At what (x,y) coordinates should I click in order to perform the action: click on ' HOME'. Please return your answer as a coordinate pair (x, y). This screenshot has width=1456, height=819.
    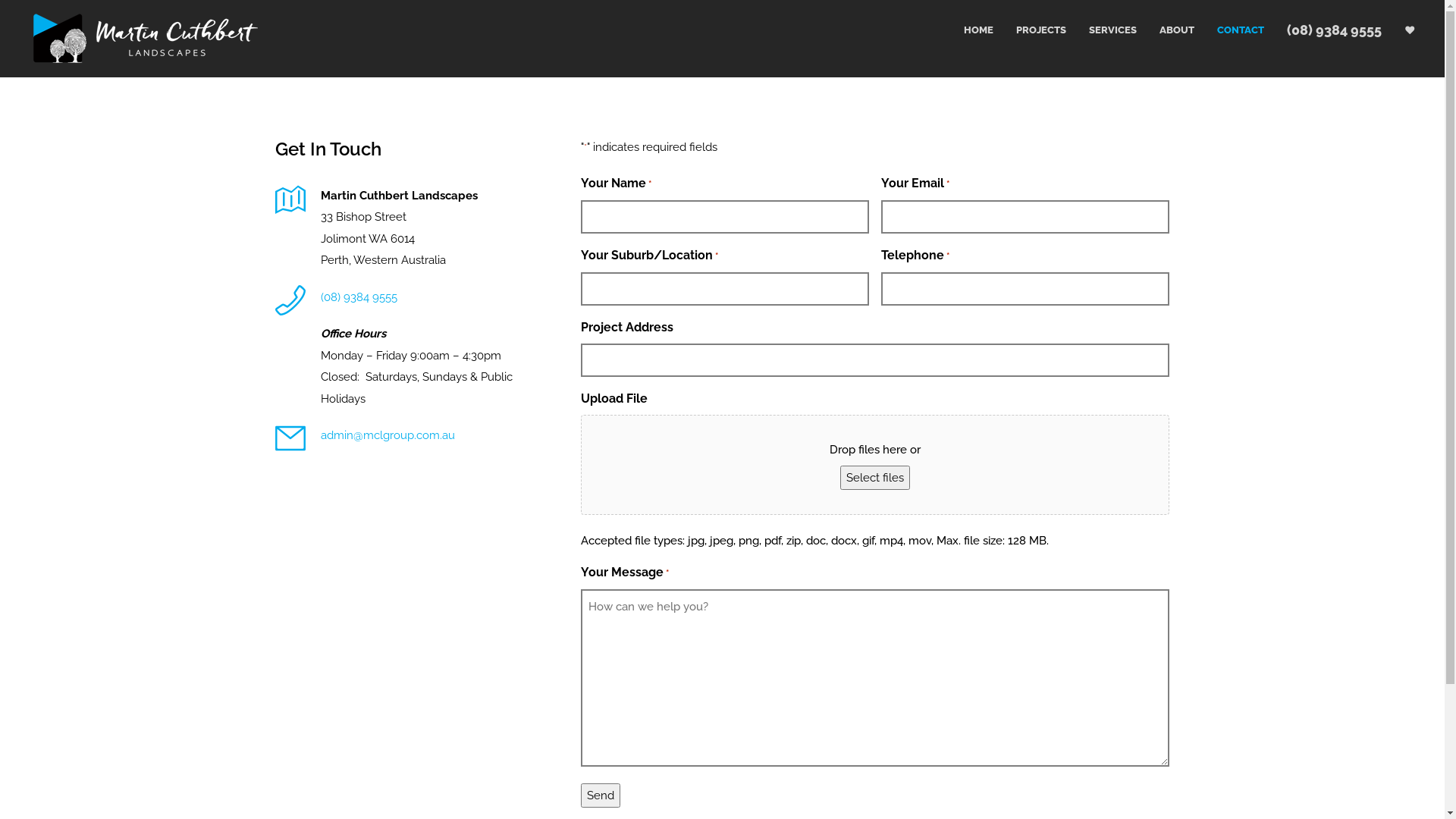
    Looking at the image, I should click on (965, 30).